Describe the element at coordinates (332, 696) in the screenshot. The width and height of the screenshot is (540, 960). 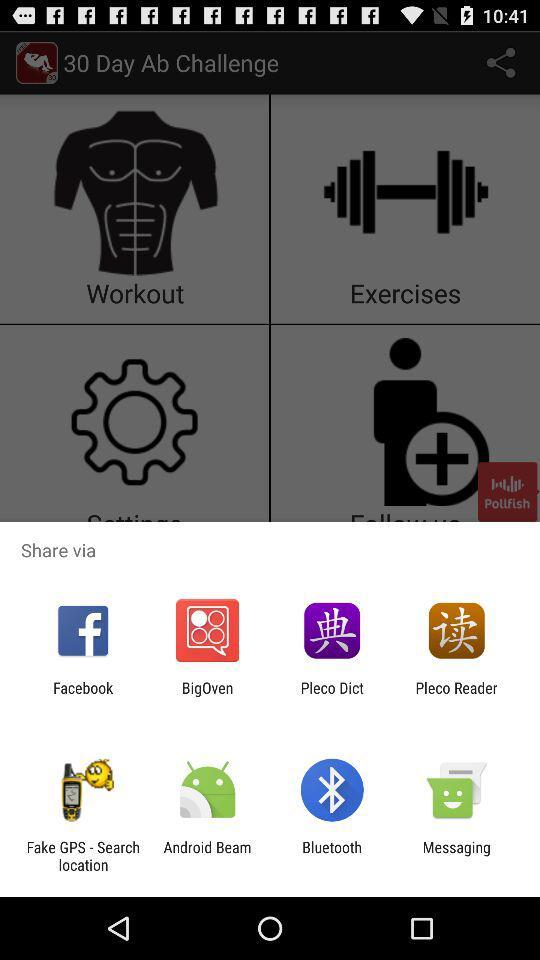
I see `pleco dict icon` at that location.